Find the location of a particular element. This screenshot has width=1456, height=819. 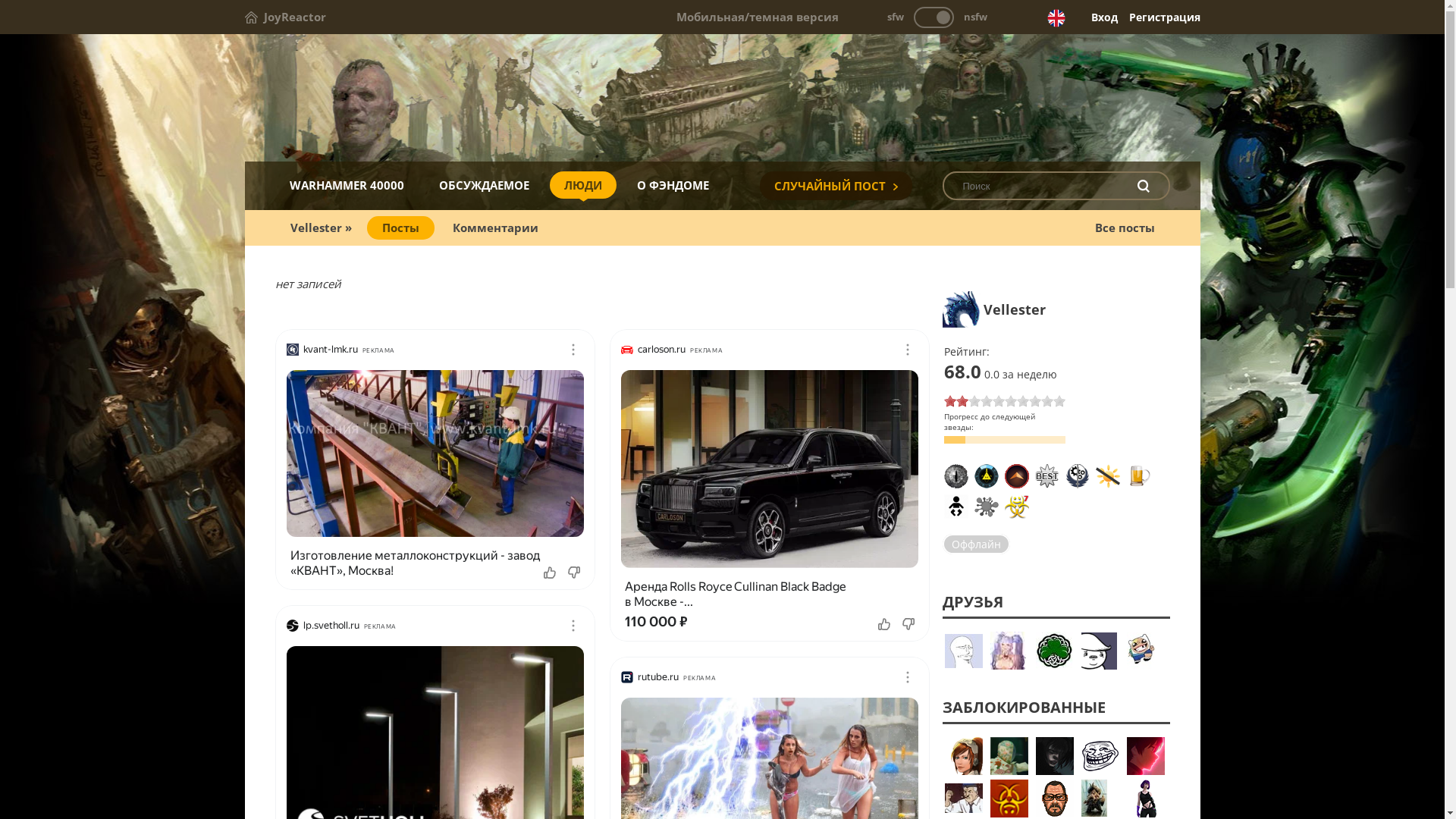

'WARHAMMER 40000' is located at coordinates (345, 184).